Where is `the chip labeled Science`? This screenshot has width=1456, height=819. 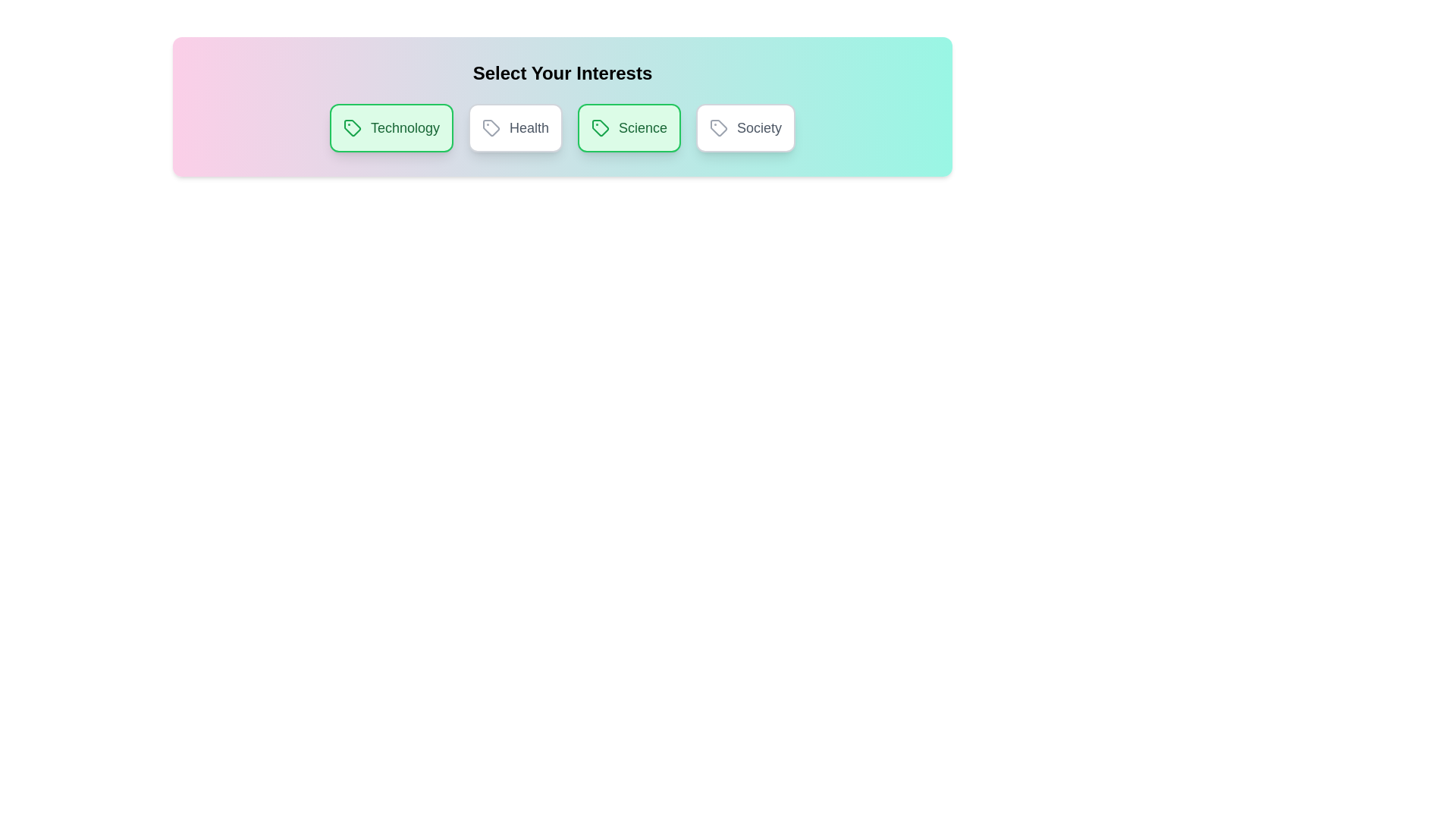 the chip labeled Science is located at coordinates (629, 127).